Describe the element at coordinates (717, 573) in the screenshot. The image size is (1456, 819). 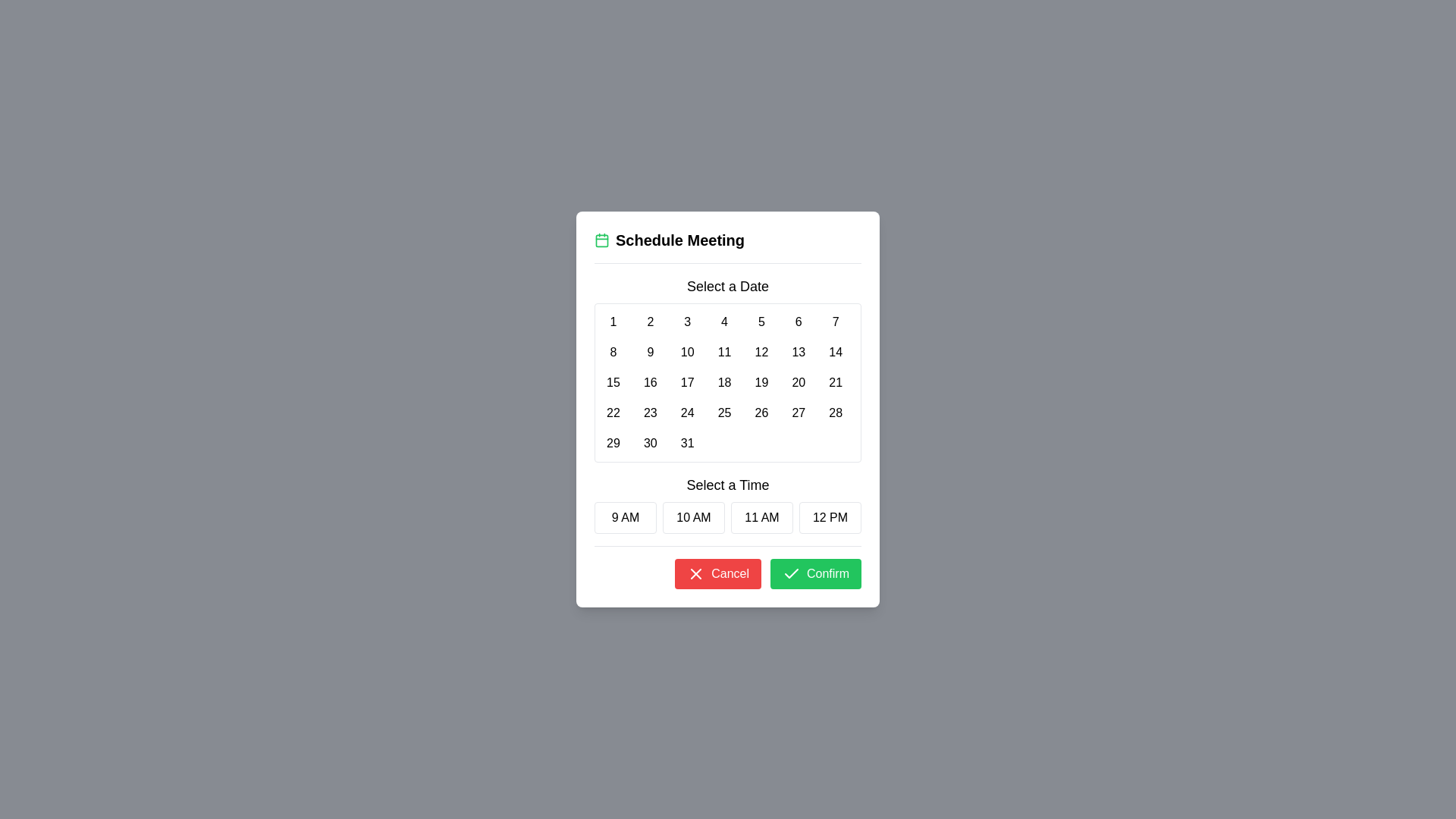
I see `the 'Cancel' button with a red background and an 'X' icon` at that location.